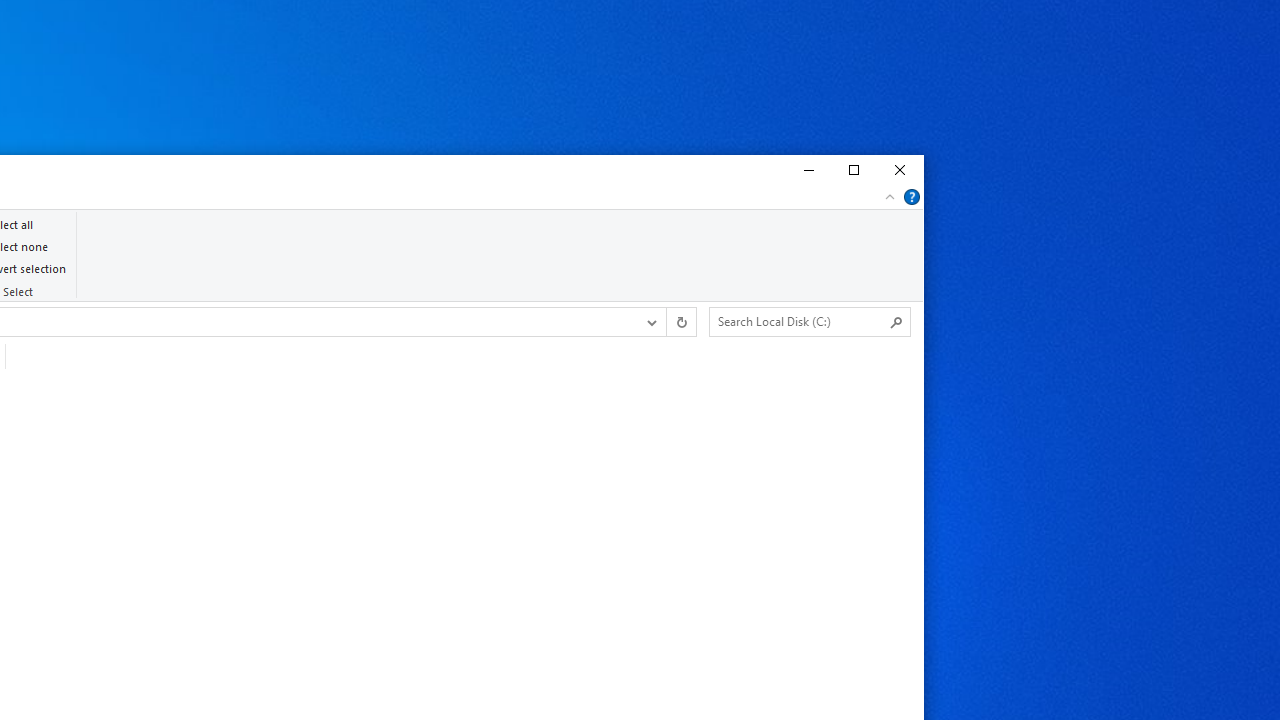 Image resolution: width=1280 pixels, height=720 pixels. What do you see at coordinates (650, 320) in the screenshot?
I see `'Previous Locations'` at bounding box center [650, 320].